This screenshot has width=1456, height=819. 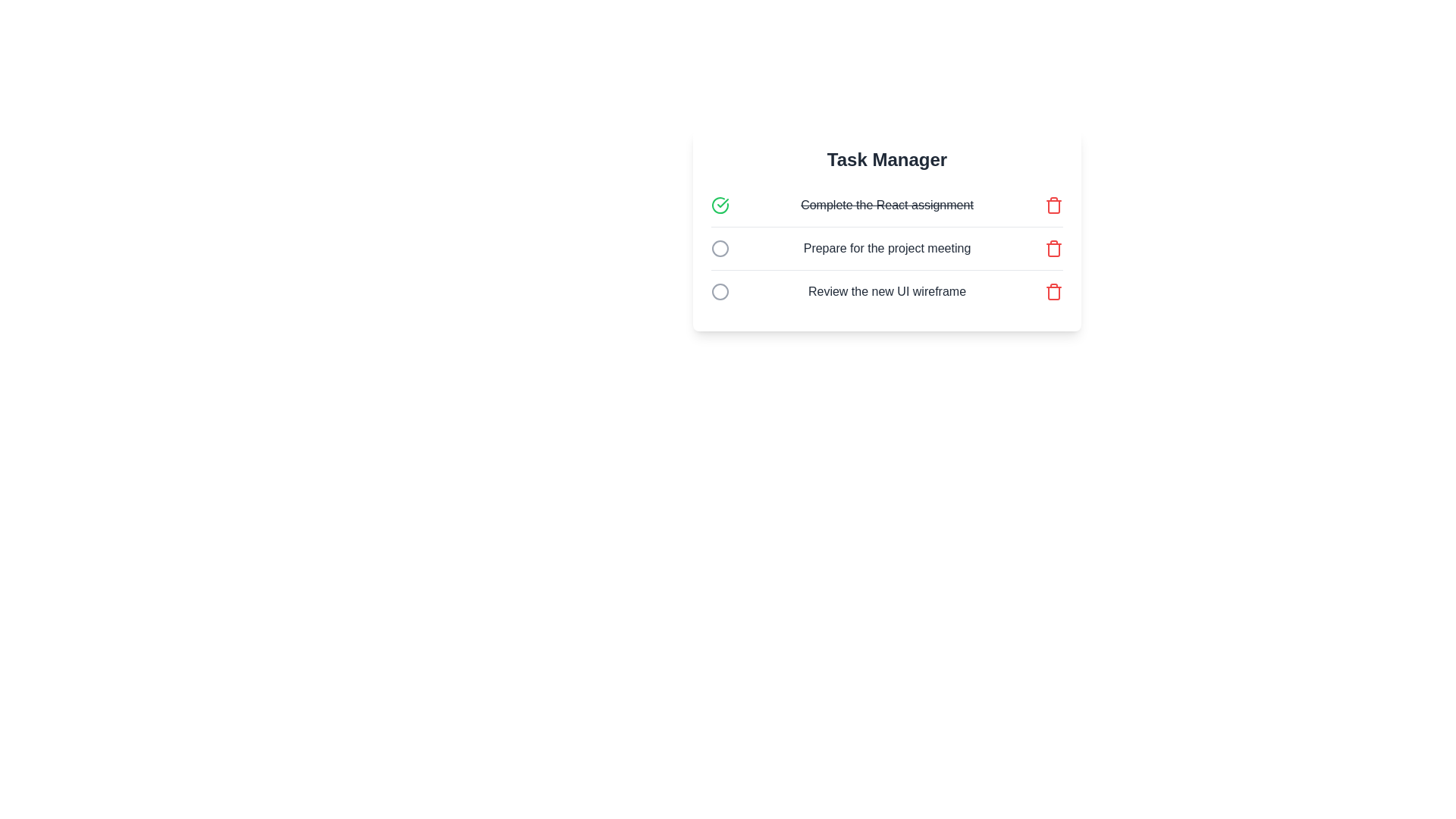 What do you see at coordinates (887, 205) in the screenshot?
I see `the task title Complete the React assignment to read its content` at bounding box center [887, 205].